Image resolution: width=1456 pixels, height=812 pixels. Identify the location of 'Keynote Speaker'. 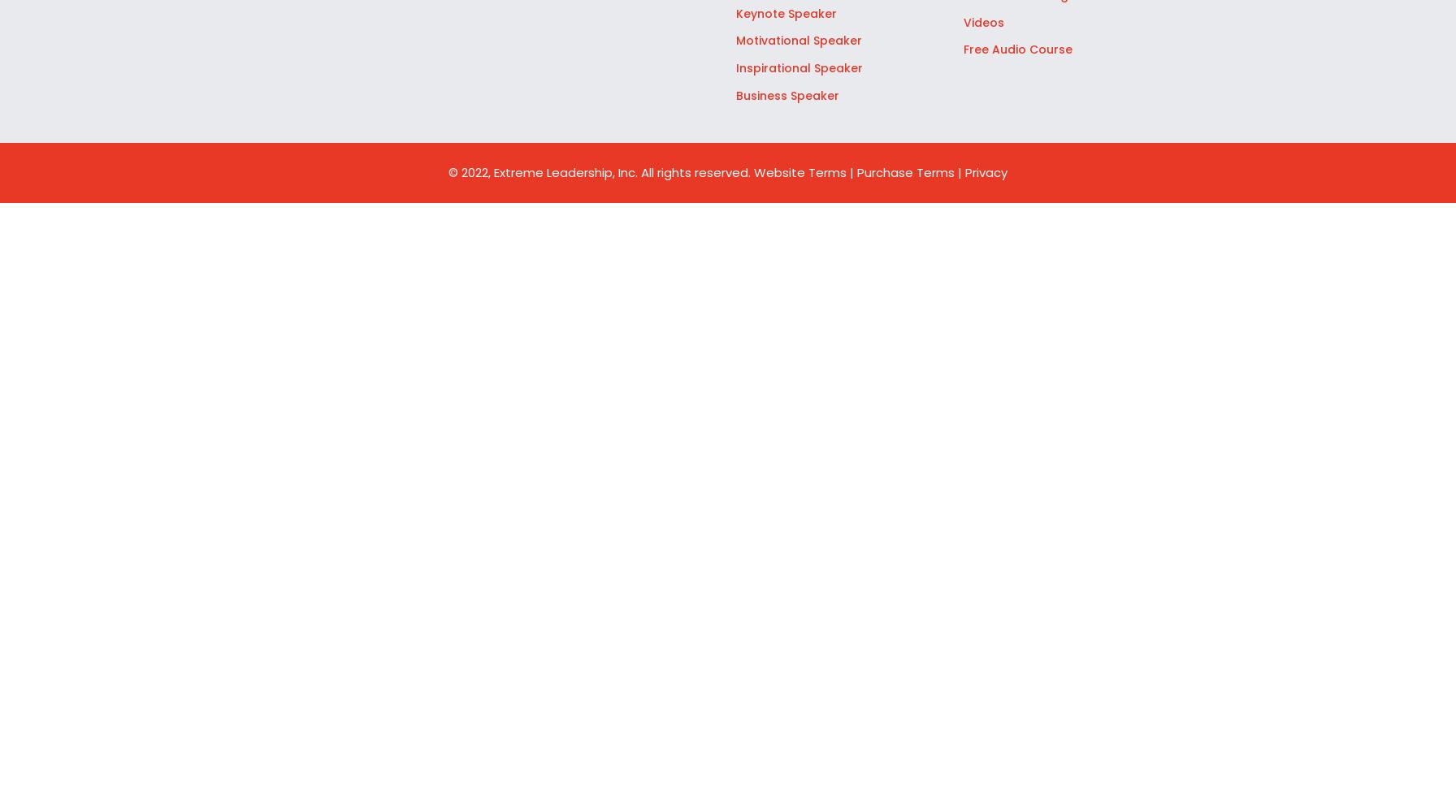
(786, 13).